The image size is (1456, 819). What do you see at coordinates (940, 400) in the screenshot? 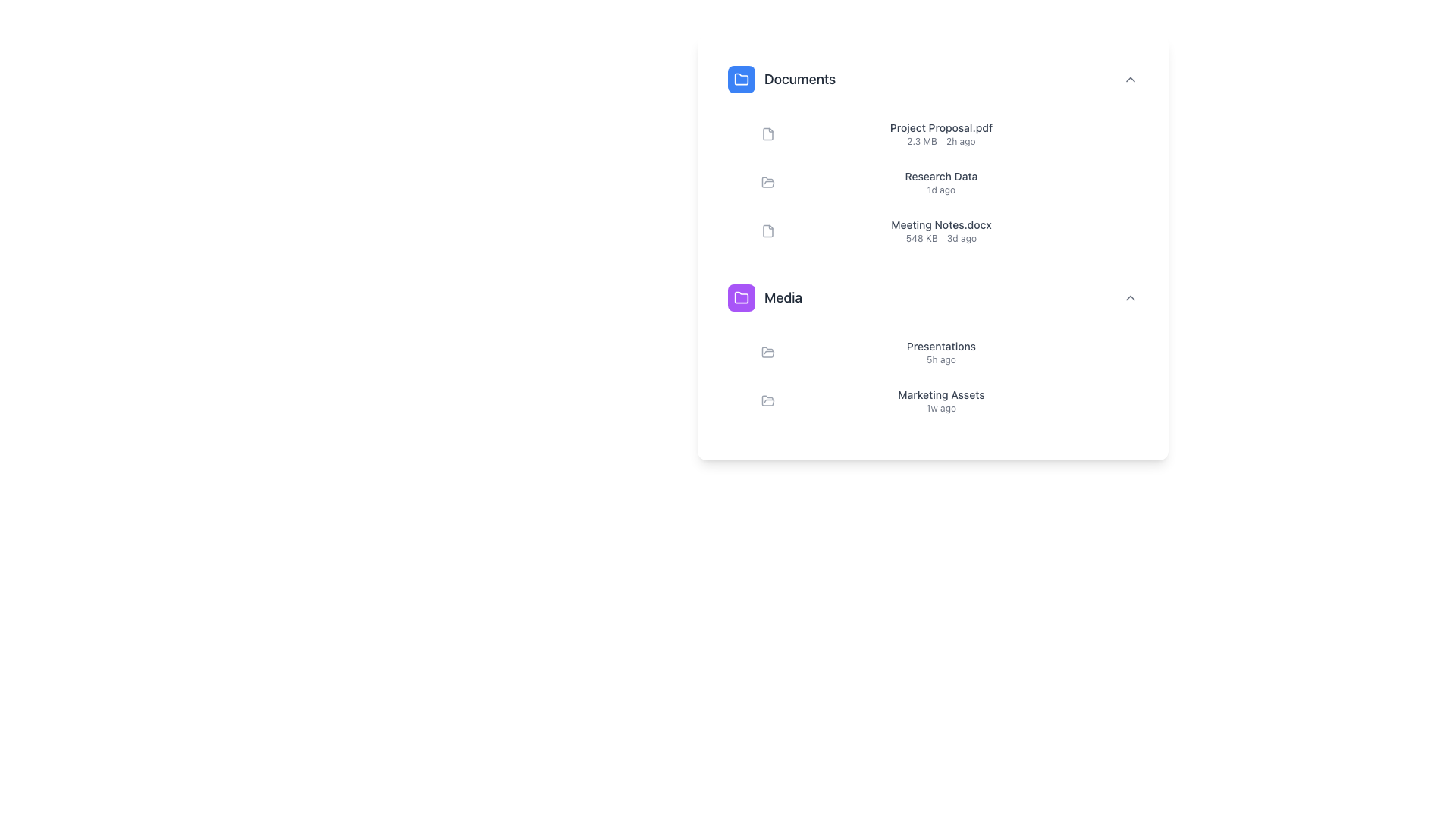
I see `the 'Marketing Assets' text element, which is the second item under the 'Media' category in the list` at bounding box center [940, 400].